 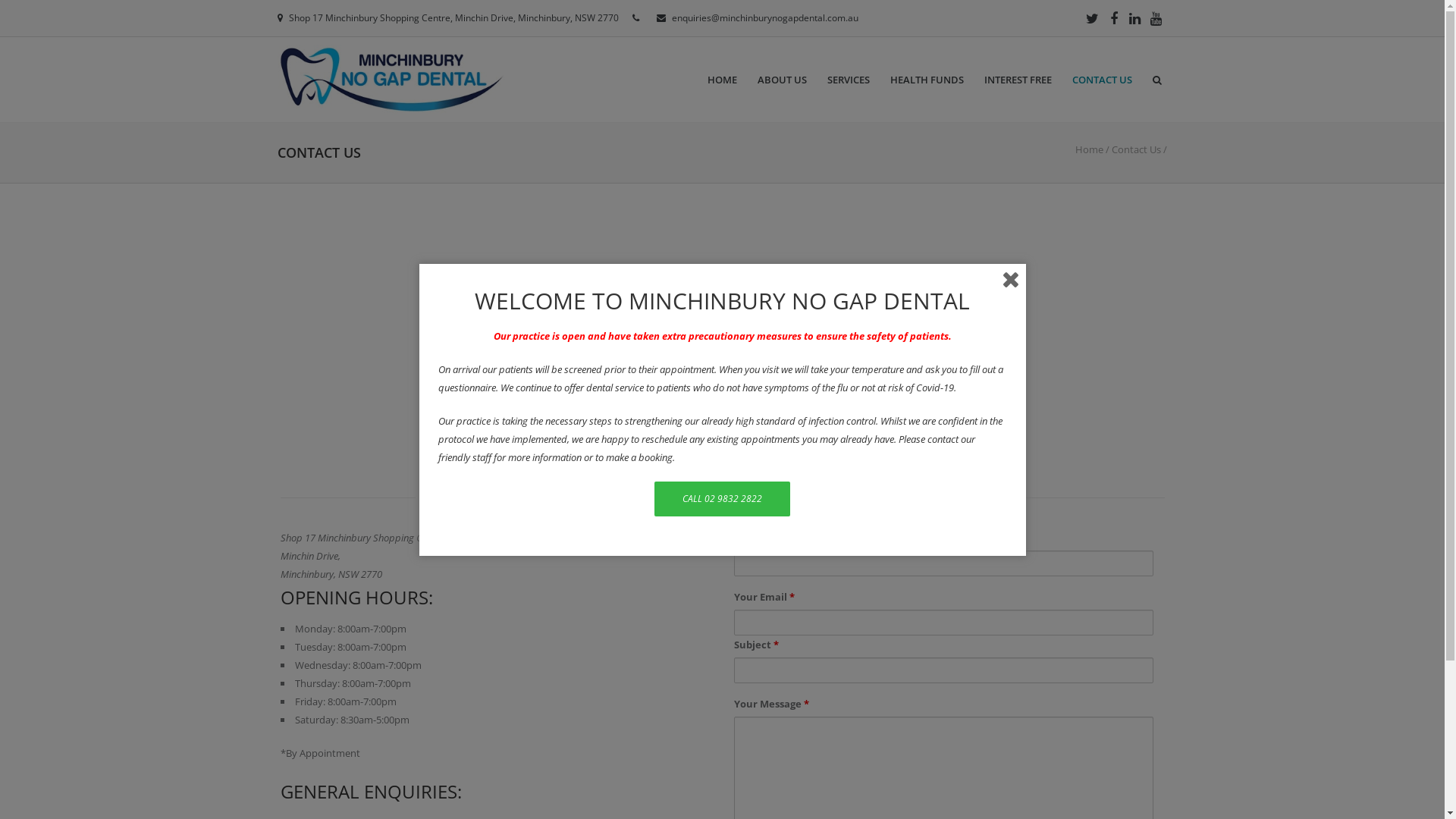 What do you see at coordinates (721, 80) in the screenshot?
I see `'HOME'` at bounding box center [721, 80].